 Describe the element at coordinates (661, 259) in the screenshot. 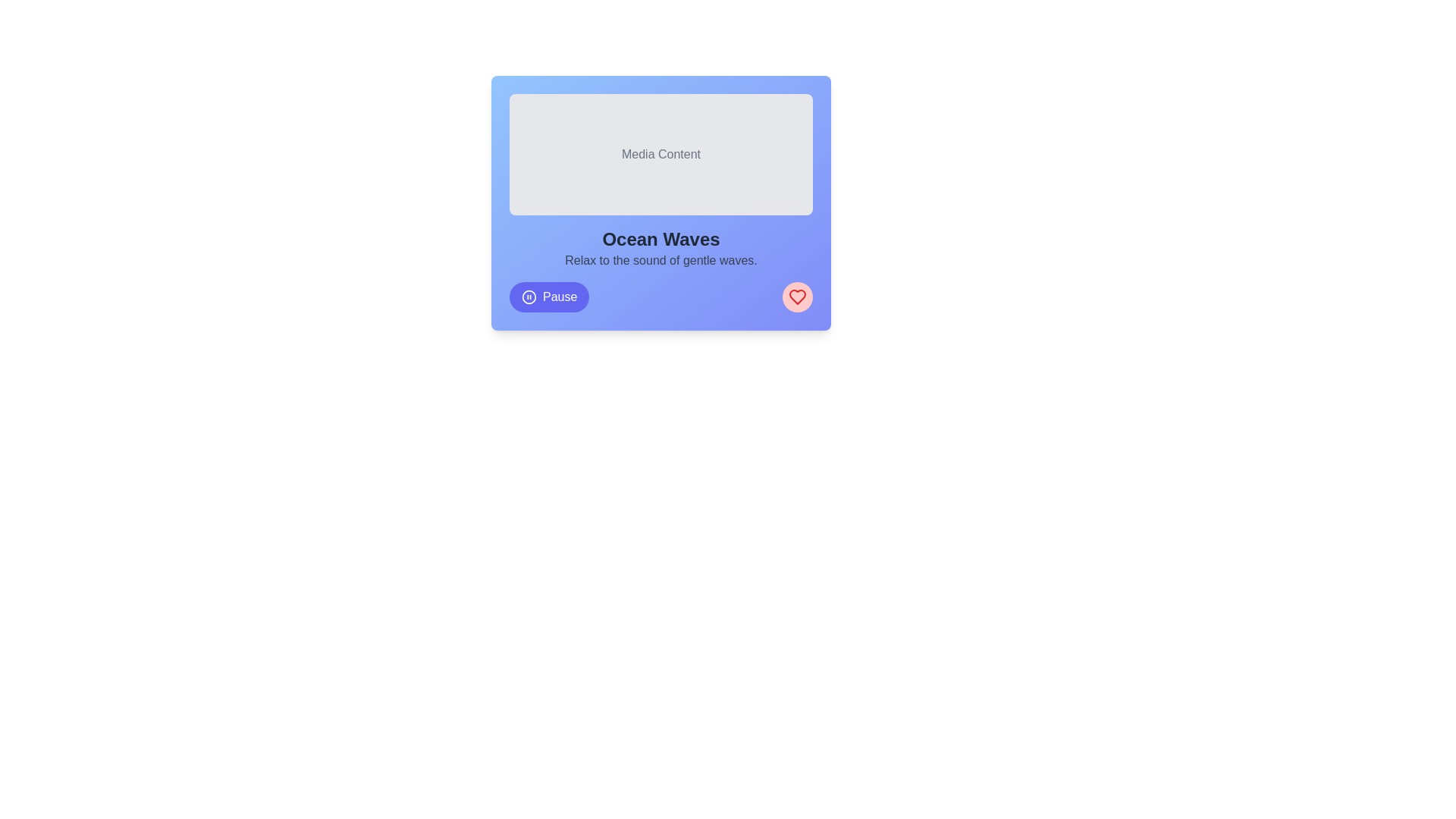

I see `the static informational text that states 'Relax to the sound of gentle waves.' which is styled in gray against a blue gradient background, located below 'Ocean Waves'` at that location.